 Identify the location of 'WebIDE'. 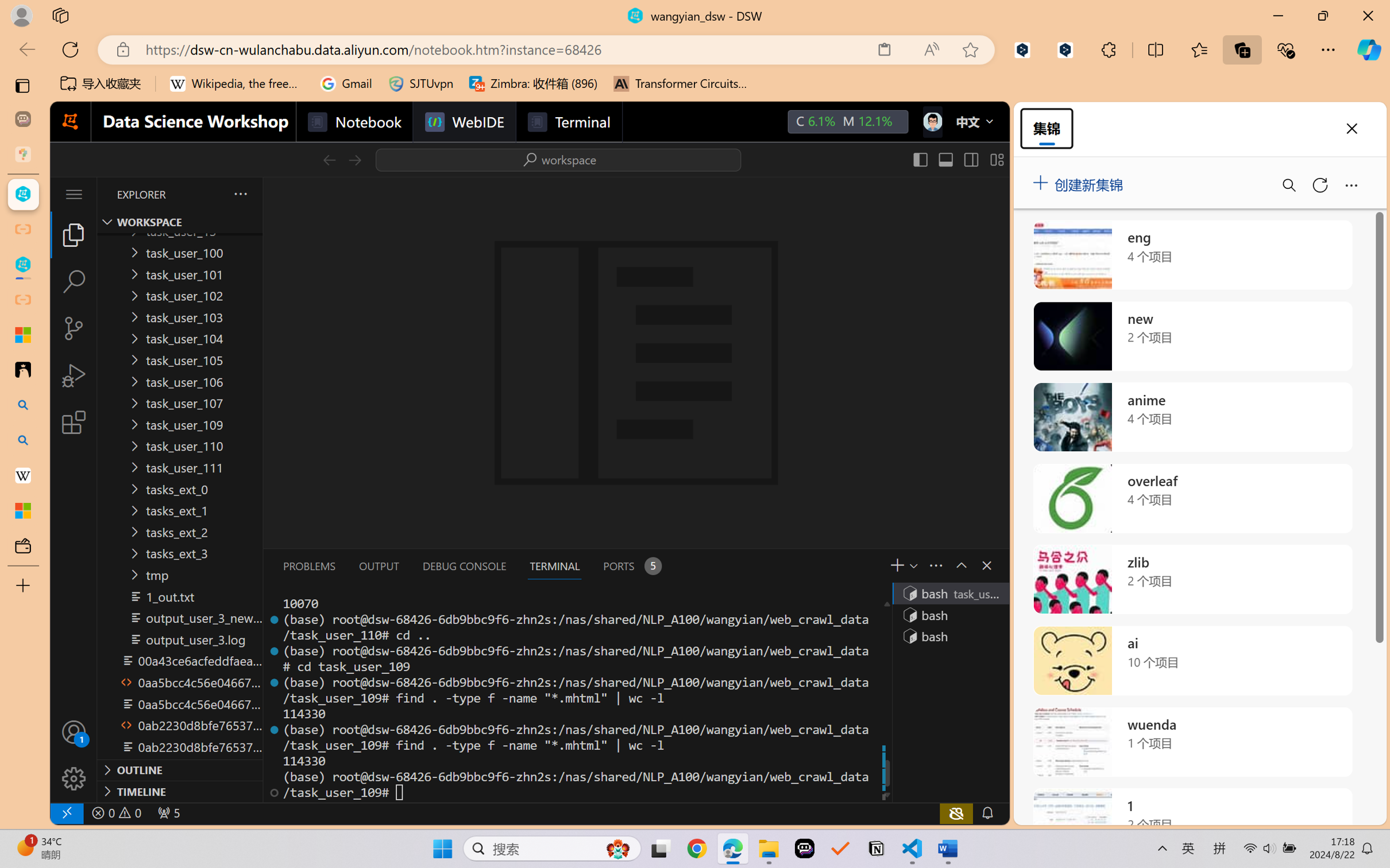
(464, 121).